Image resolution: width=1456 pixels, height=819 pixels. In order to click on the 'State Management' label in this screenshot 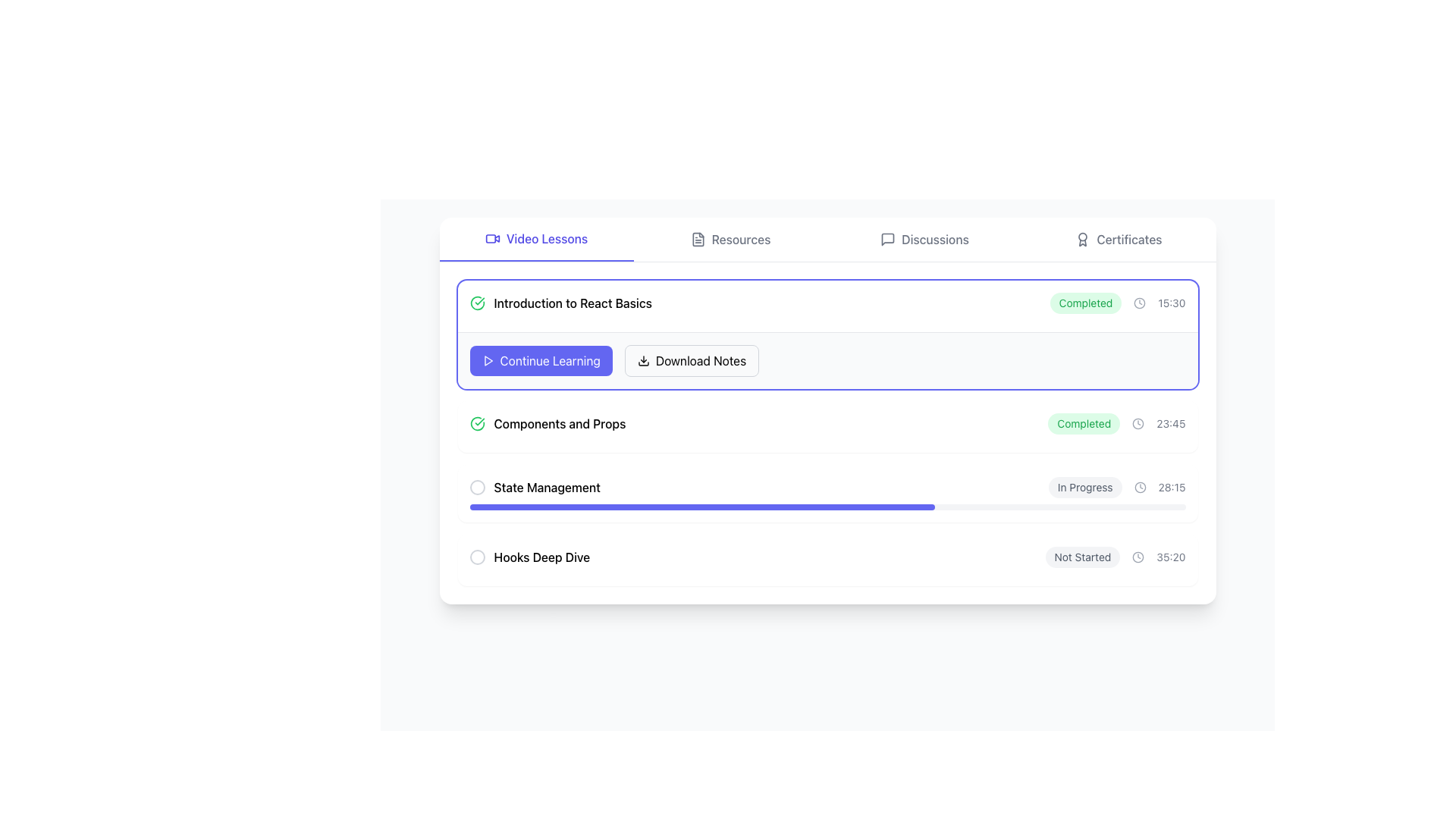, I will do `click(535, 488)`.